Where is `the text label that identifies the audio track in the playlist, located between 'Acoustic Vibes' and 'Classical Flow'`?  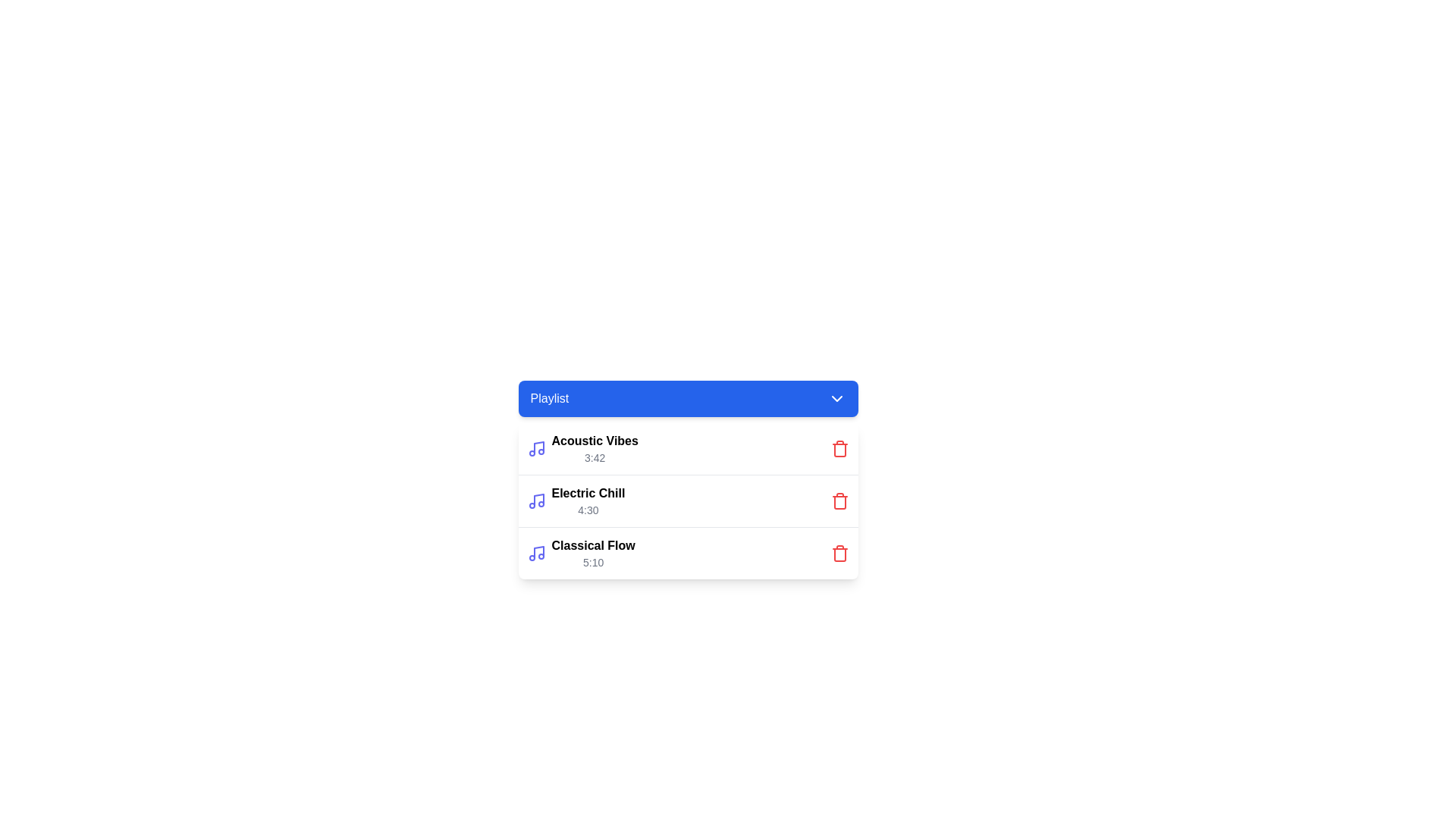 the text label that identifies the audio track in the playlist, located between 'Acoustic Vibes' and 'Classical Flow' is located at coordinates (587, 494).